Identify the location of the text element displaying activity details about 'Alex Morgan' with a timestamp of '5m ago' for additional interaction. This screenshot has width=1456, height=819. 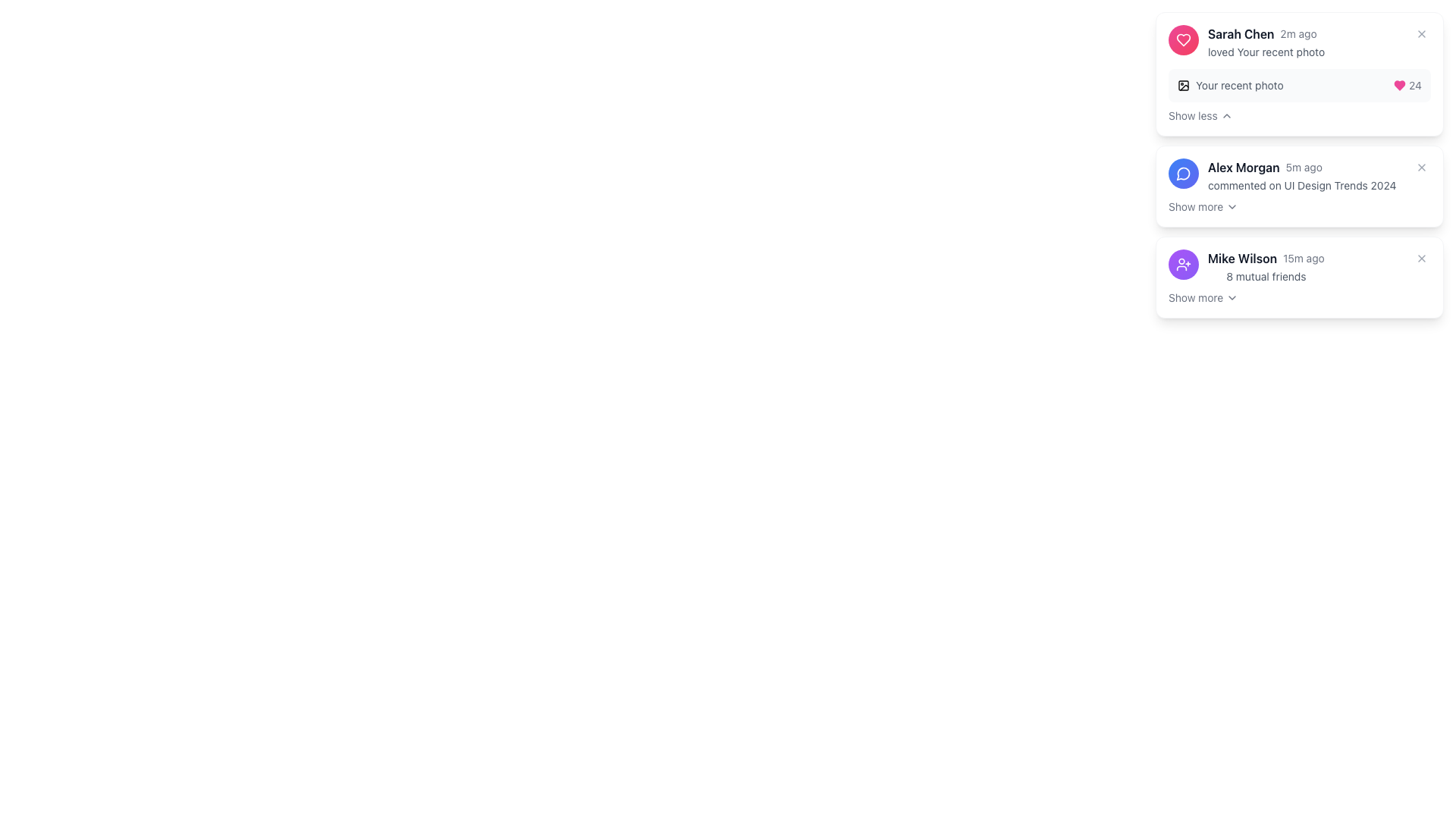
(1301, 167).